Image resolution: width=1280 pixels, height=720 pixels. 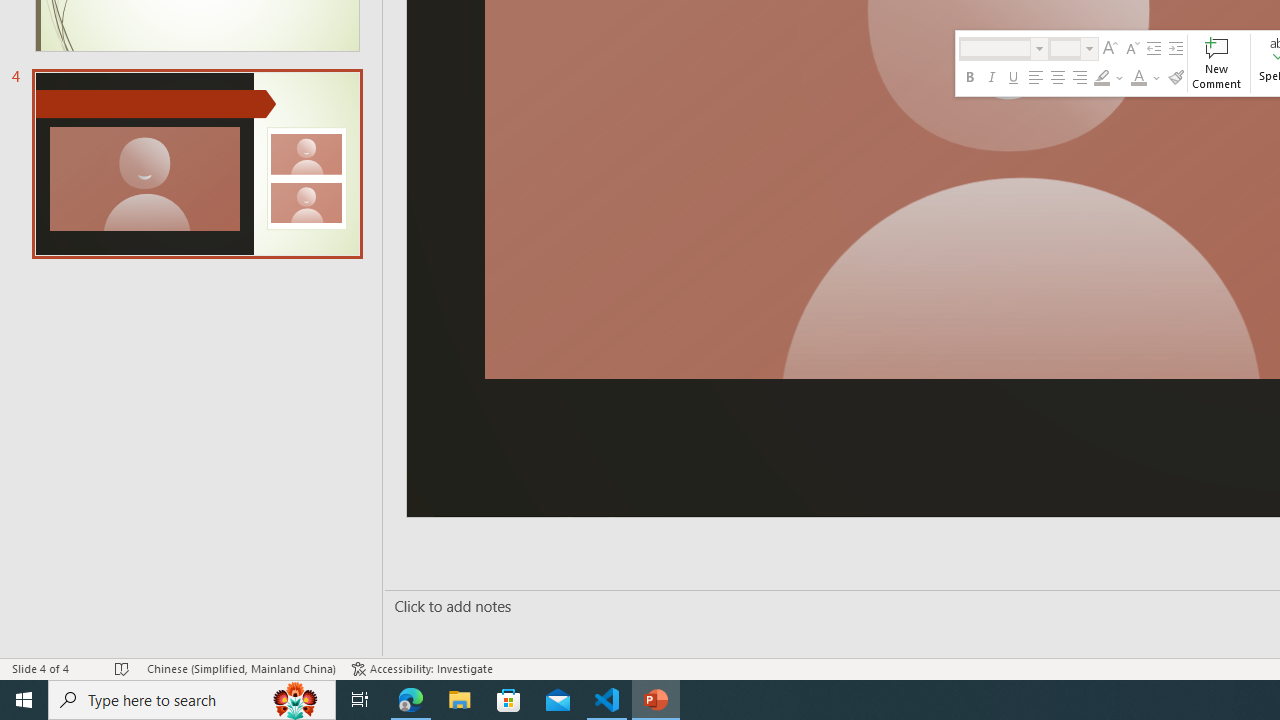 I want to click on 'Italic', so click(x=992, y=77).